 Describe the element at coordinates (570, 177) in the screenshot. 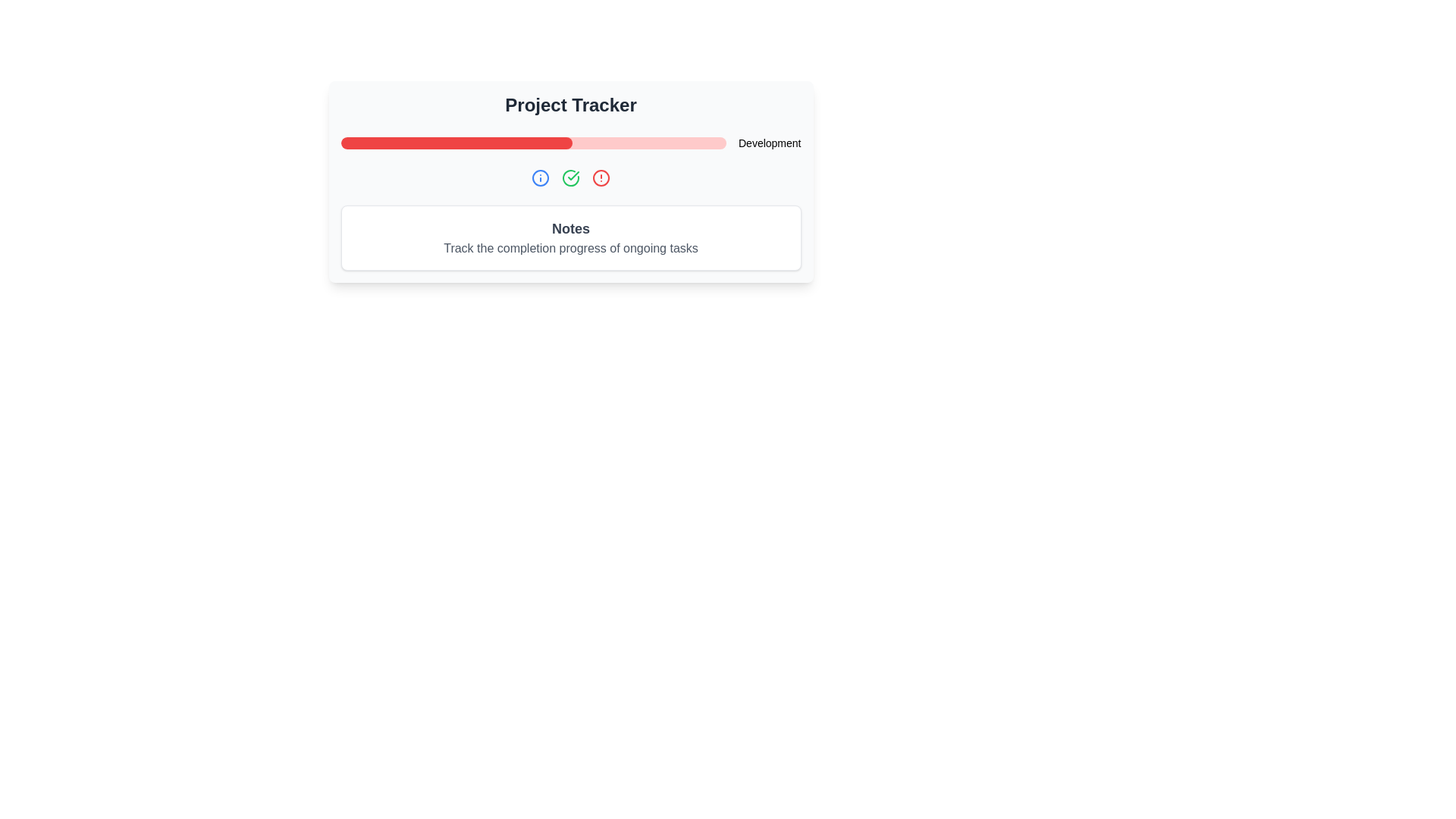

I see `the circular green icon featuring a checkmark, which is the middle icon in the row below the progress bar` at that location.